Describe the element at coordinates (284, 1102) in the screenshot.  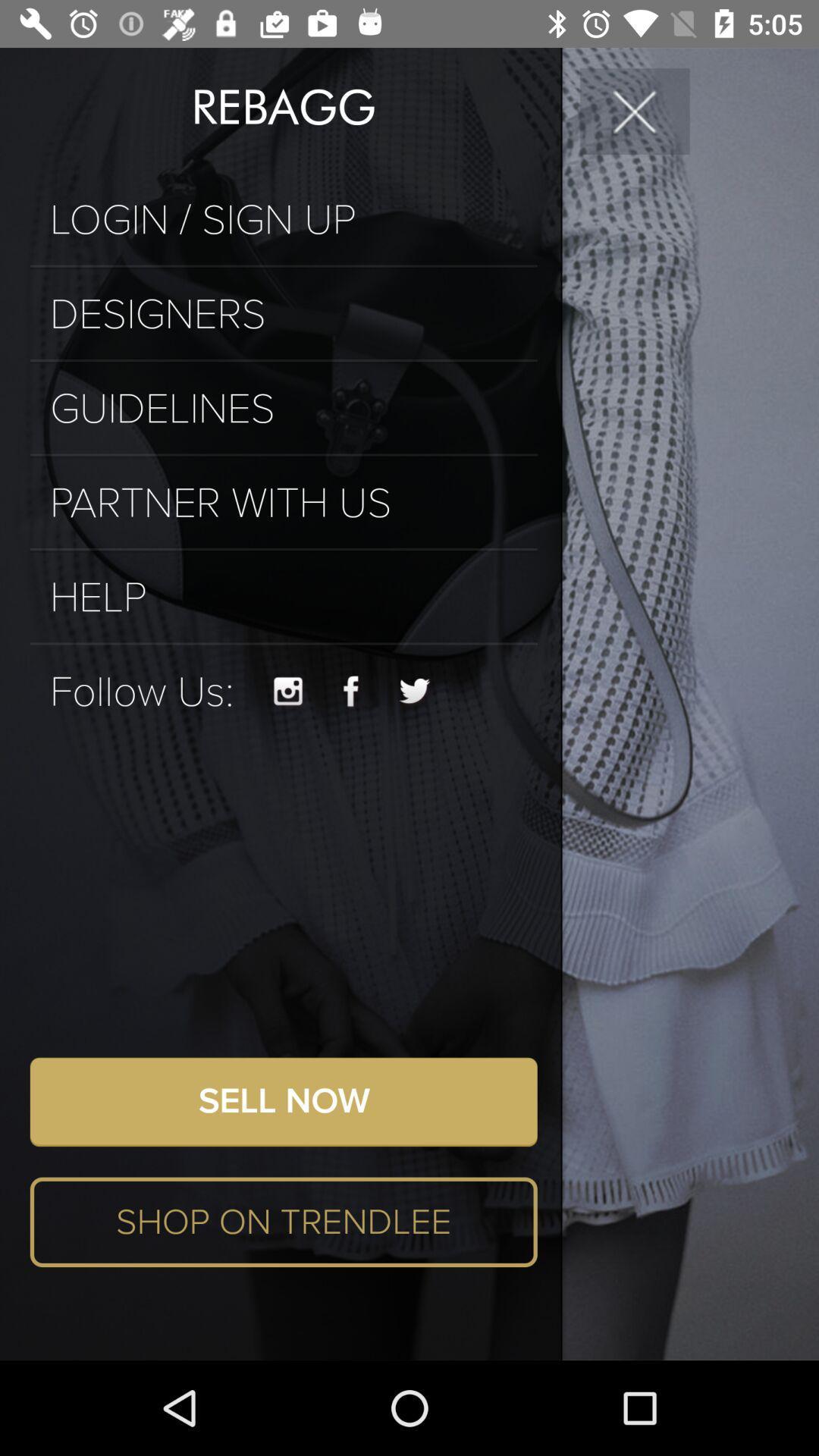
I see `the text option sell now` at that location.